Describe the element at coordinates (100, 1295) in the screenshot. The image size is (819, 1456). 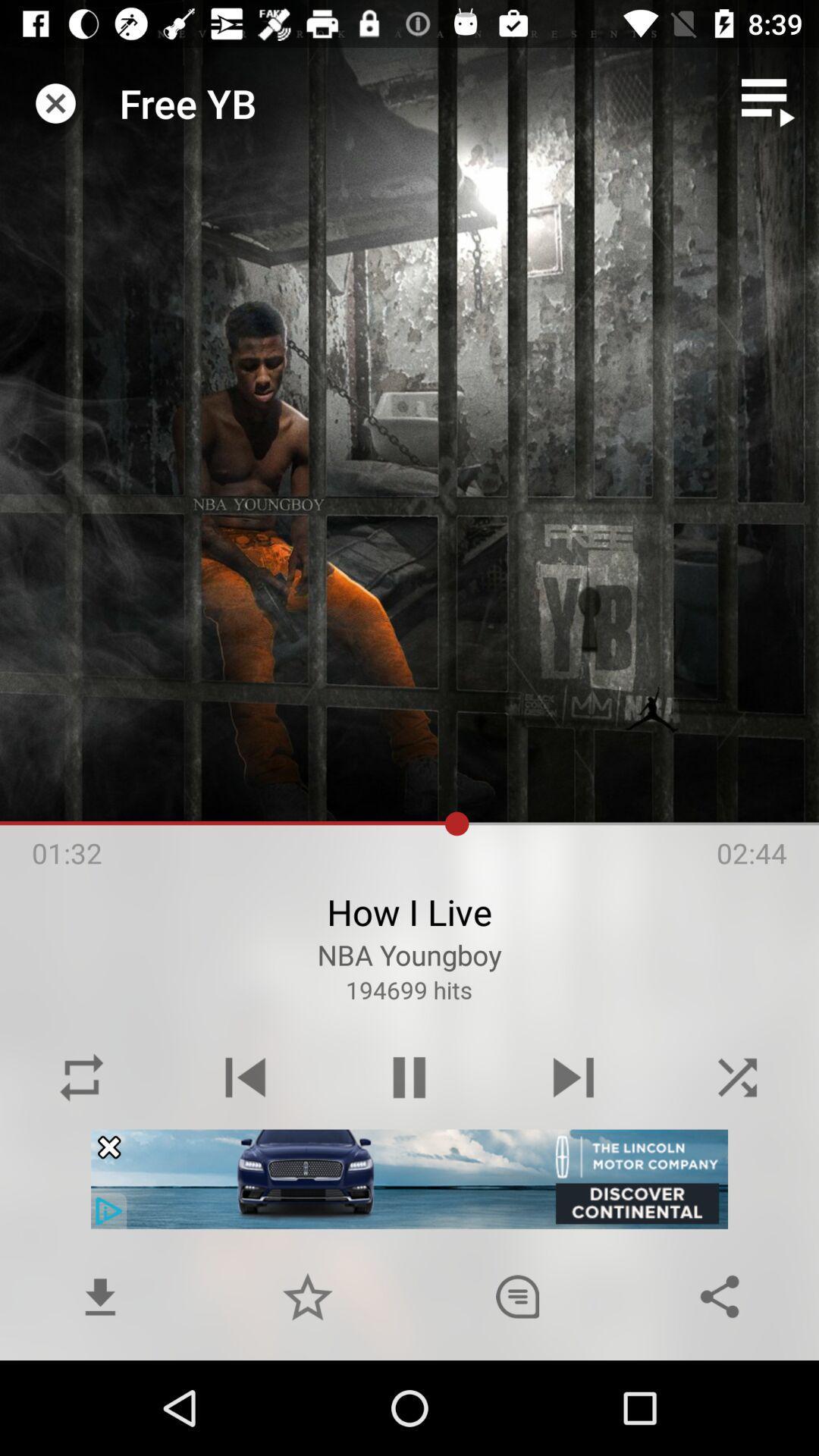
I see `the file_download icon` at that location.